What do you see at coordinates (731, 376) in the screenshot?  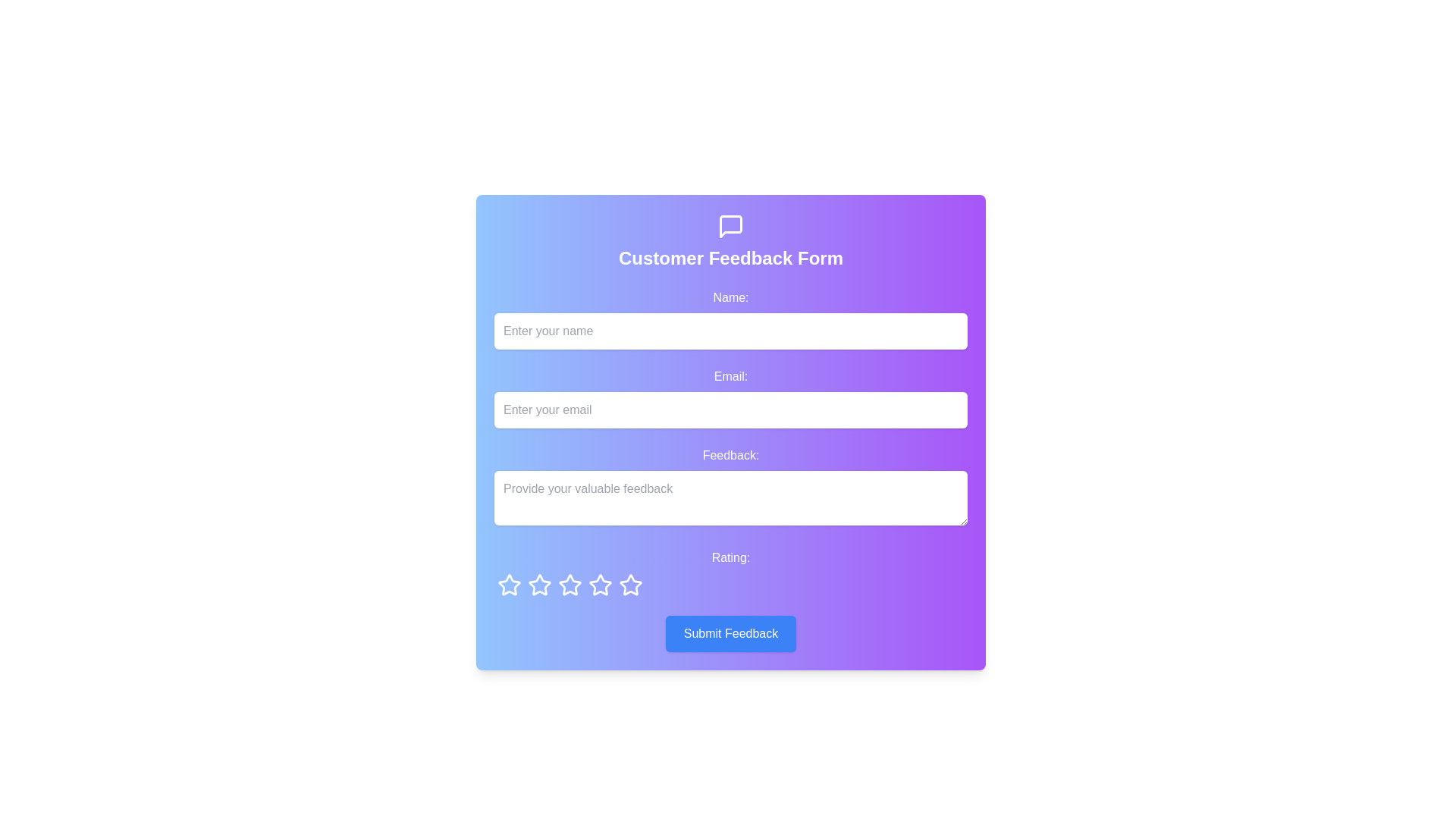 I see `label text displaying 'Email:' which is a white font label located above the email input field, centered in the form layout` at bounding box center [731, 376].